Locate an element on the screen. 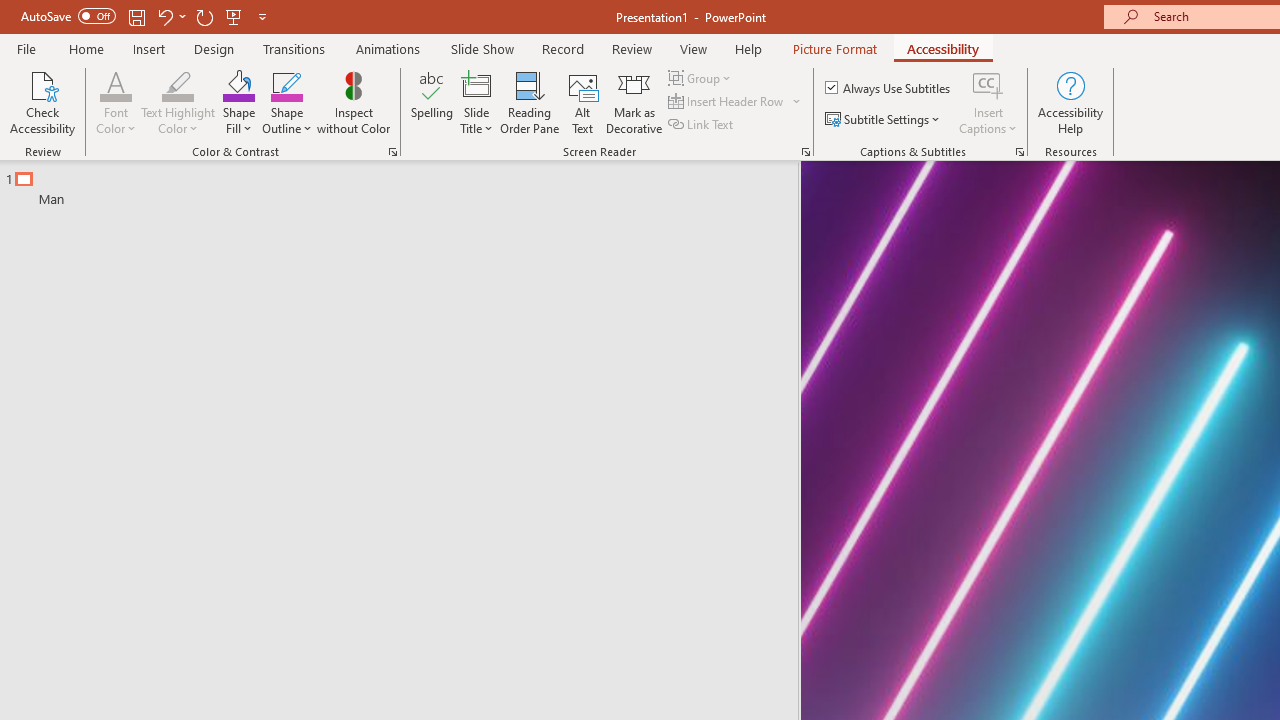 The width and height of the screenshot is (1280, 720). 'Transitions' is located at coordinates (294, 48).